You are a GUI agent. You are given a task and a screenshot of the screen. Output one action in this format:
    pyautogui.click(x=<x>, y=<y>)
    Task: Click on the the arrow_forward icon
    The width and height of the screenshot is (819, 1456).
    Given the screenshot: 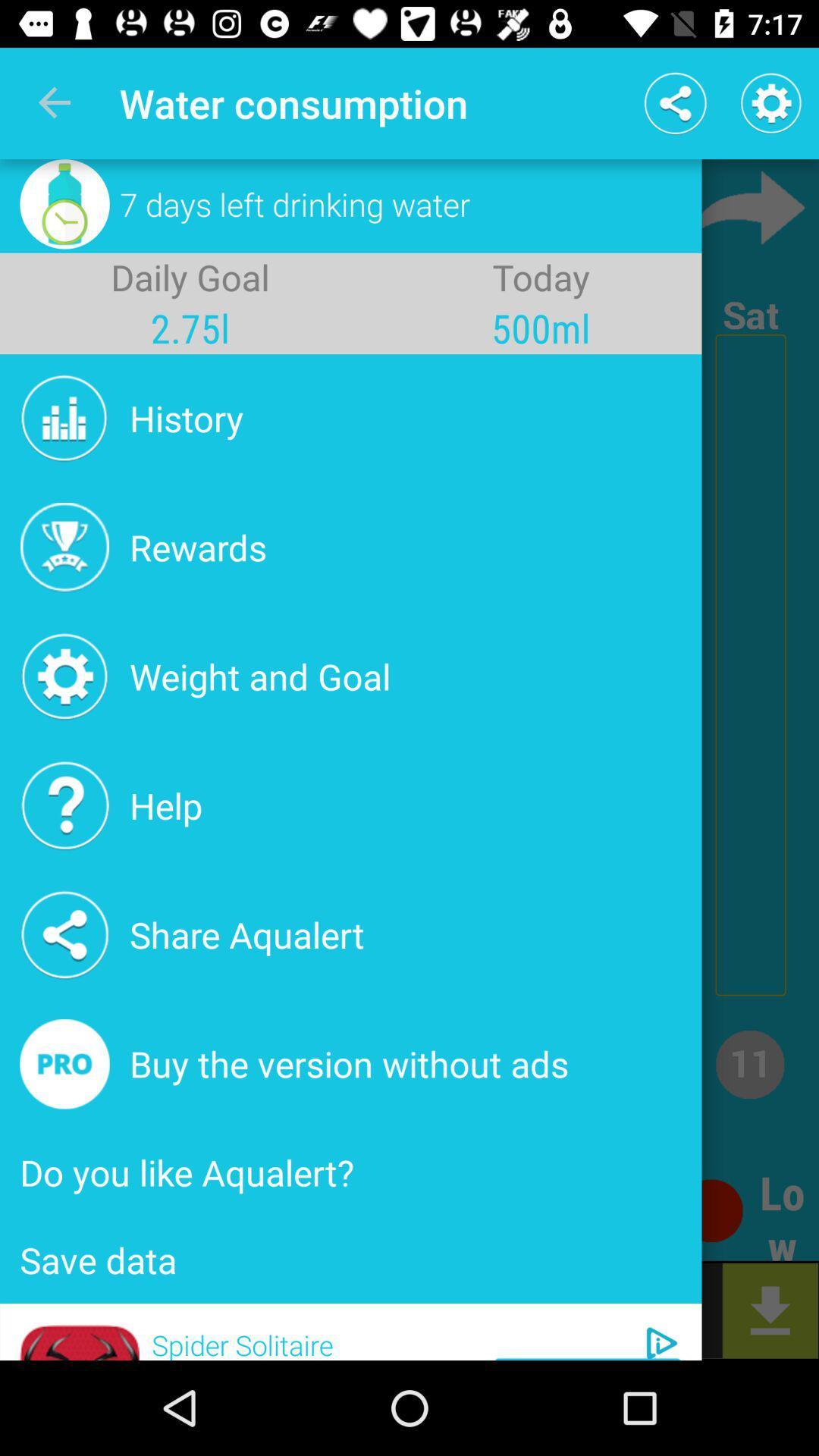 What is the action you would take?
    pyautogui.click(x=745, y=206)
    